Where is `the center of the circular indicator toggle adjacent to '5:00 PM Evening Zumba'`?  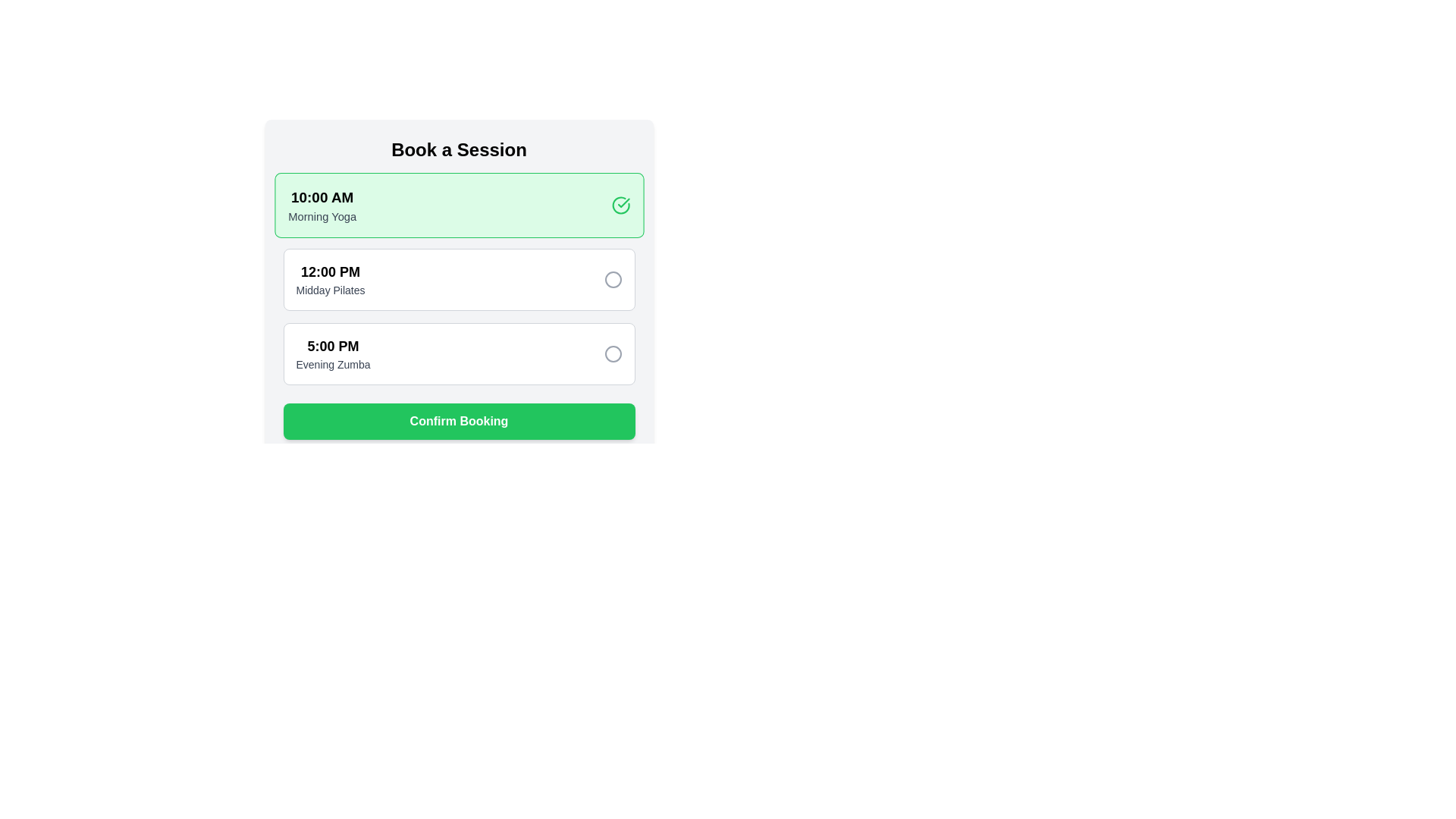 the center of the circular indicator toggle adjacent to '5:00 PM Evening Zumba' is located at coordinates (613, 353).